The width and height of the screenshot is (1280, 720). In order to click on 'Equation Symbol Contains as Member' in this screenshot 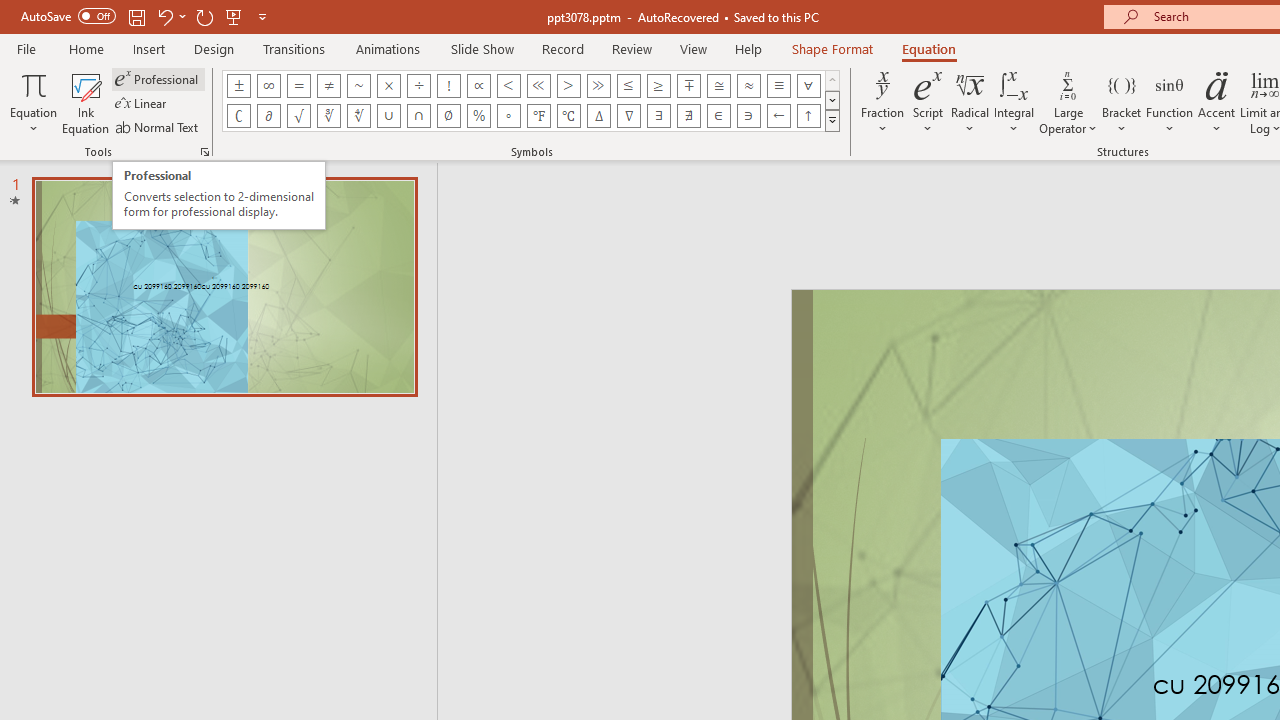, I will do `click(747, 115)`.